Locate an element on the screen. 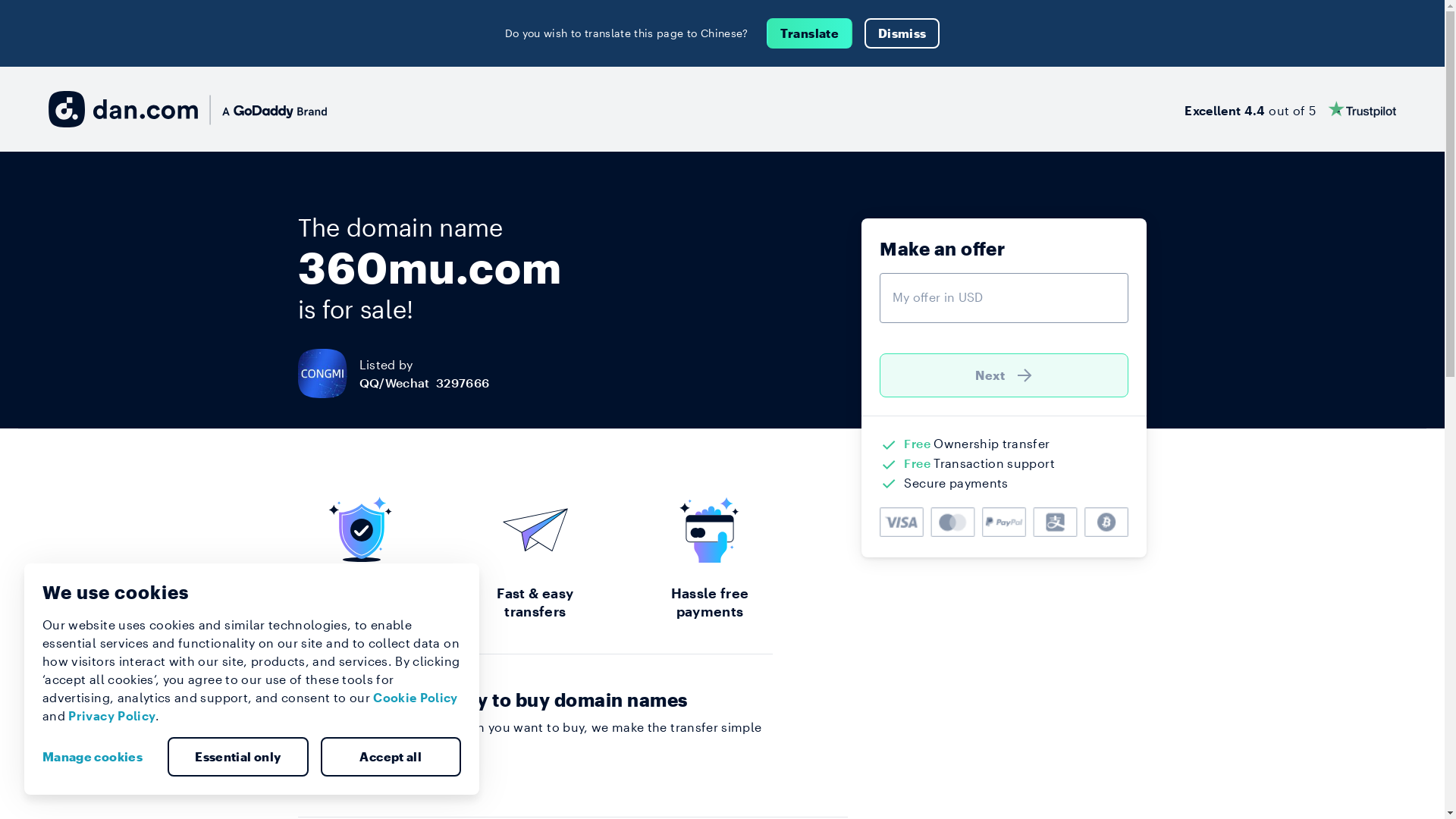  'Translate' is located at coordinates (808, 33).